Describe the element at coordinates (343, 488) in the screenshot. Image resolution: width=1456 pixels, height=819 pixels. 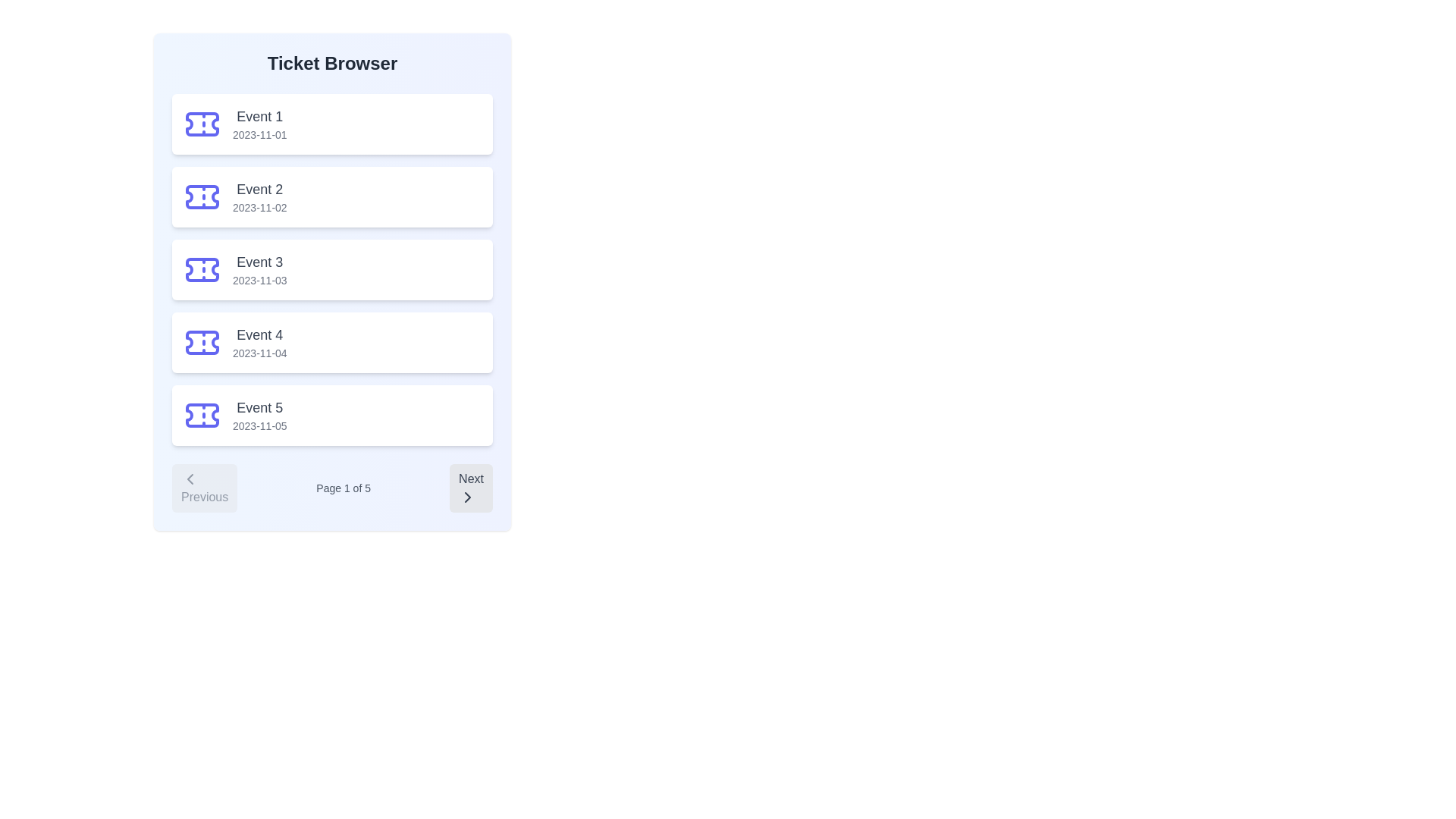
I see `the static text element indicating the current page number, located between the 'Previous' and 'Next' buttons at the bottom center of the interface` at that location.